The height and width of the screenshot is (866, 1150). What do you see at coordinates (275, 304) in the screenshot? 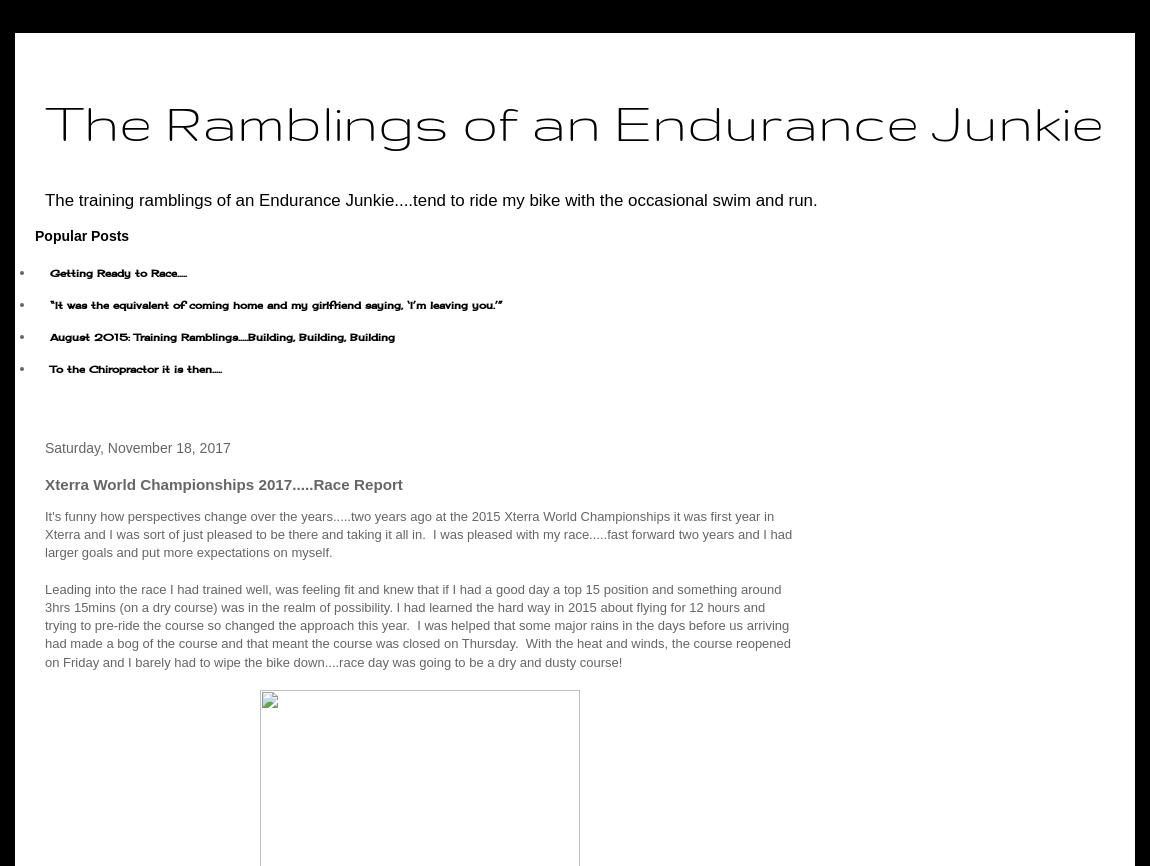
I see `'“It was the equivalent of coming home and my girlfriend saying, ‘I’m leaving you.’”'` at bounding box center [275, 304].